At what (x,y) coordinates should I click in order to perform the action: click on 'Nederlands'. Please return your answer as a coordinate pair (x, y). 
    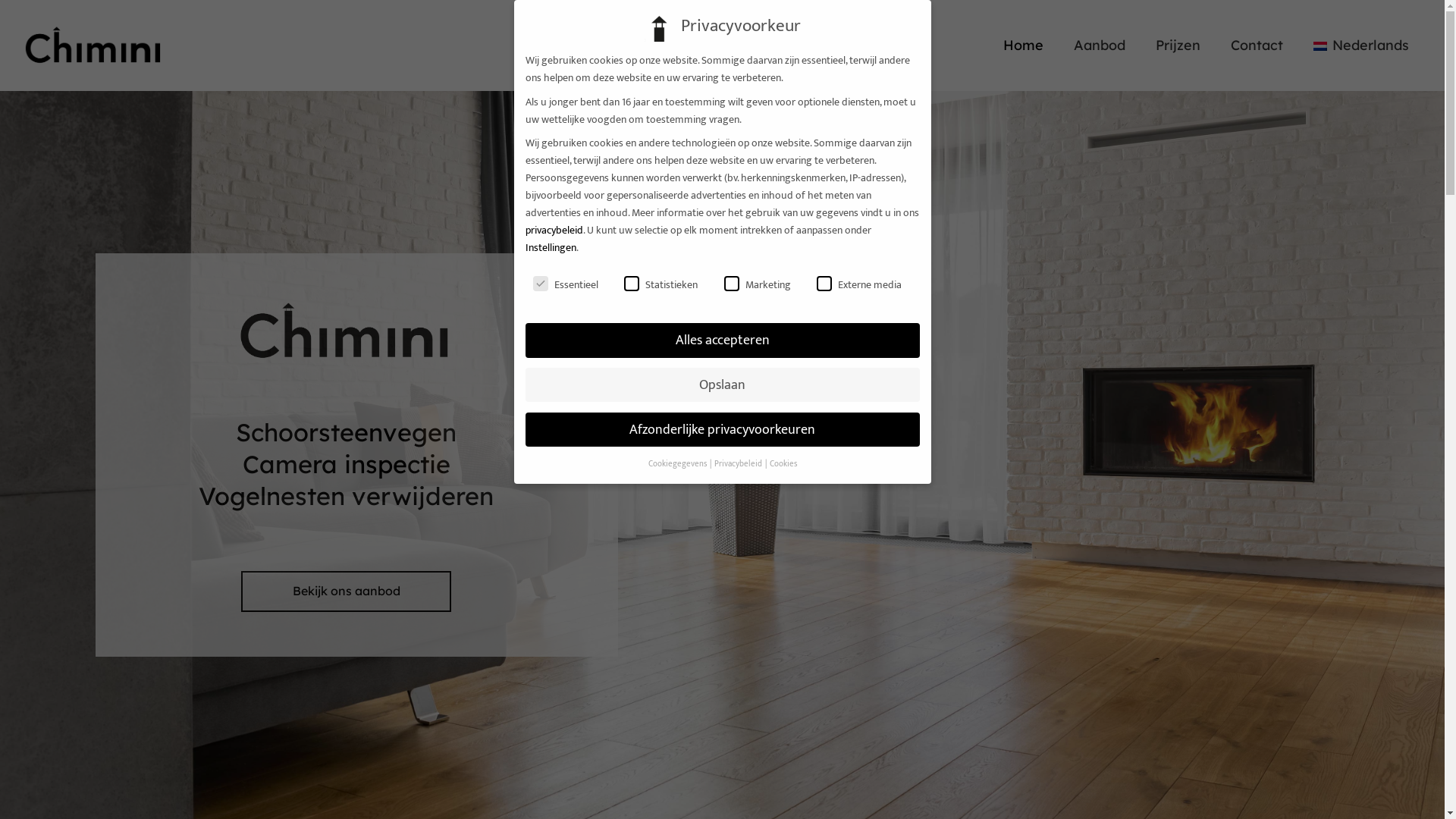
    Looking at the image, I should click on (1361, 45).